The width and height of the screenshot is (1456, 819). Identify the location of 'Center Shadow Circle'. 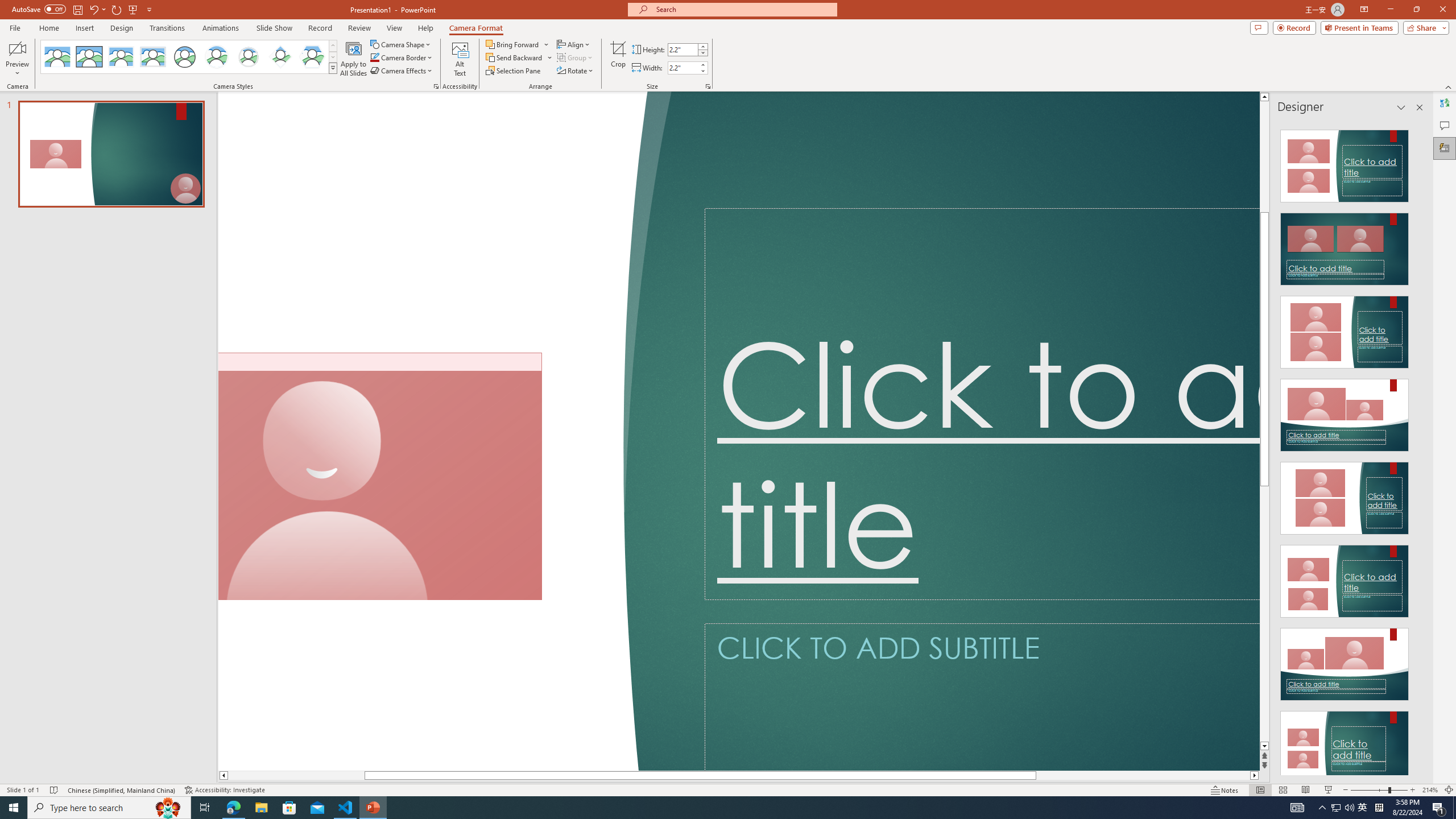
(216, 56).